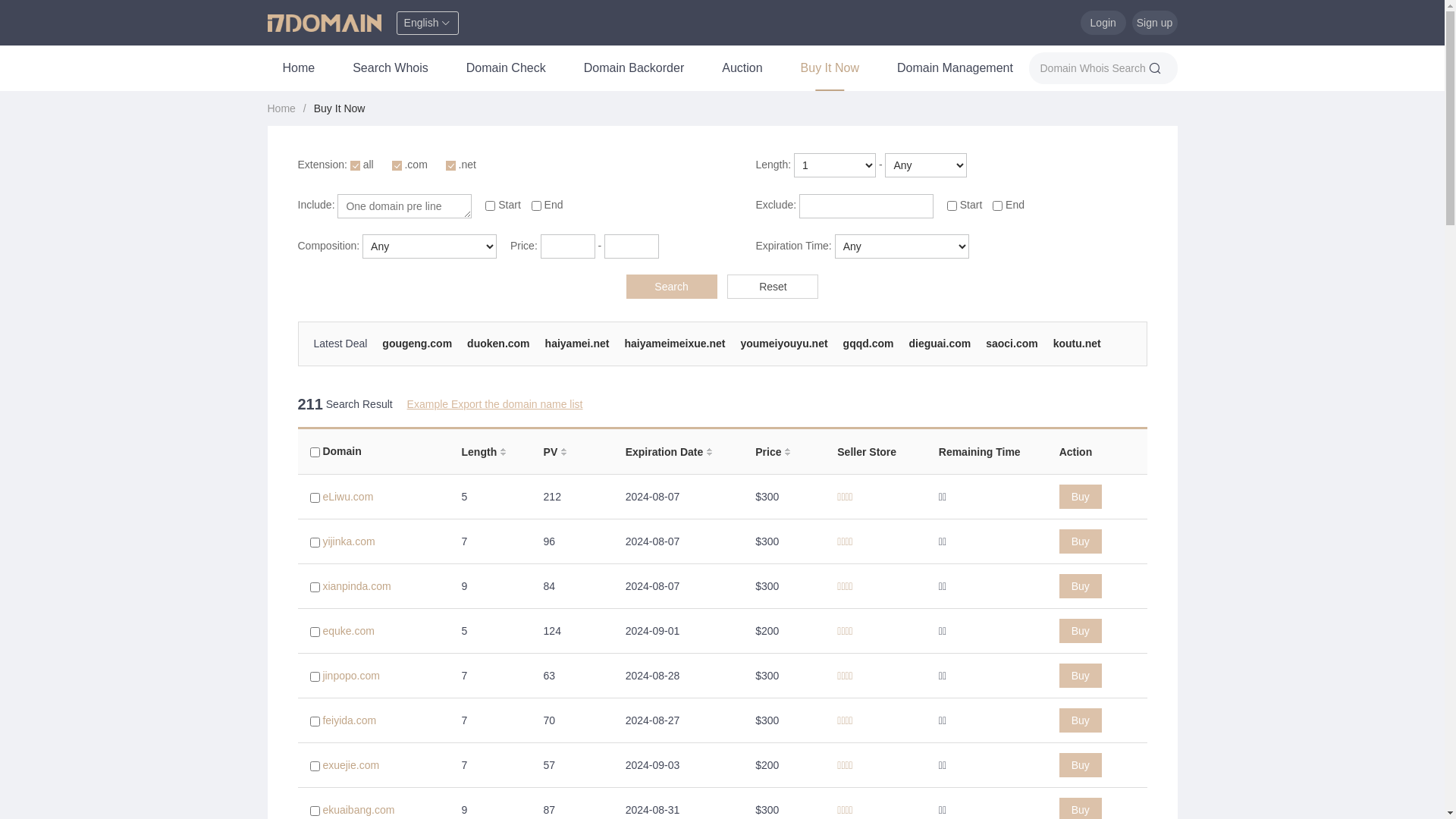 This screenshot has width=1456, height=819. Describe the element at coordinates (1012, 343) in the screenshot. I see `'saoci.com'` at that location.